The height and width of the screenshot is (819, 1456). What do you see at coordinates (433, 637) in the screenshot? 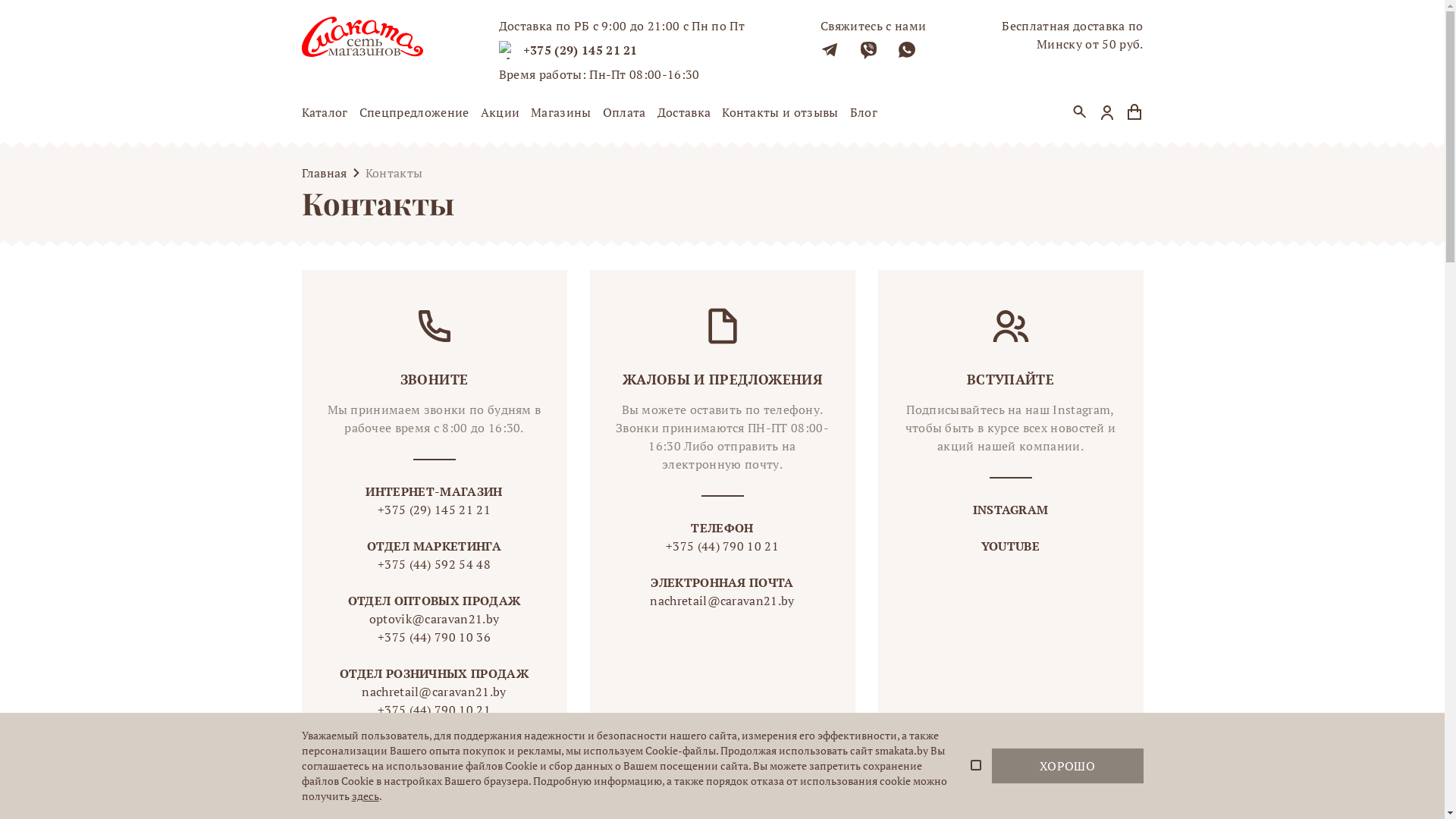
I see `'+375 (44) 790 10 36'` at bounding box center [433, 637].